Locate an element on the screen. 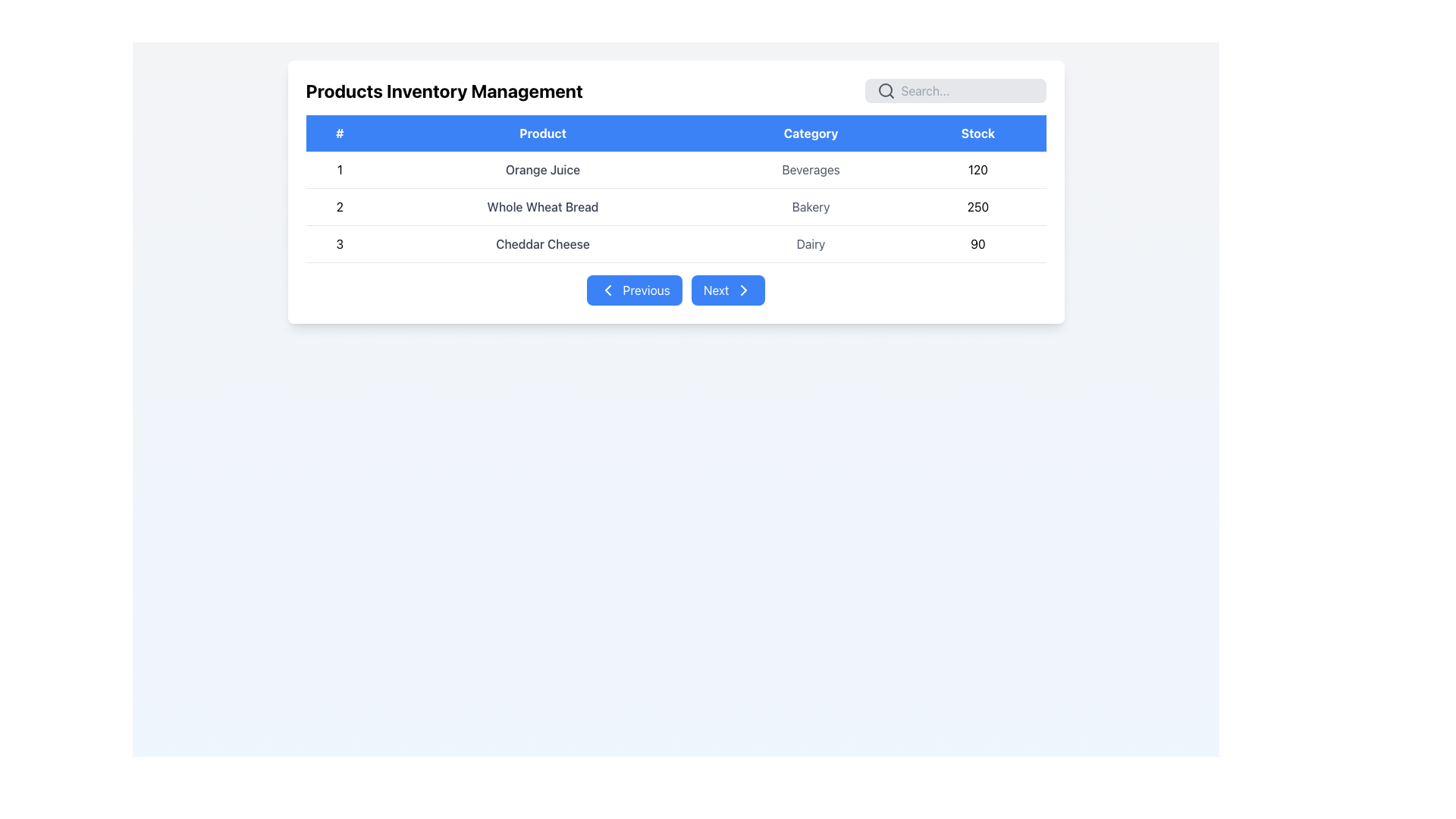 This screenshot has width=1456, height=819. the right-pointing chevron icon within the 'Next' button is located at coordinates (744, 290).